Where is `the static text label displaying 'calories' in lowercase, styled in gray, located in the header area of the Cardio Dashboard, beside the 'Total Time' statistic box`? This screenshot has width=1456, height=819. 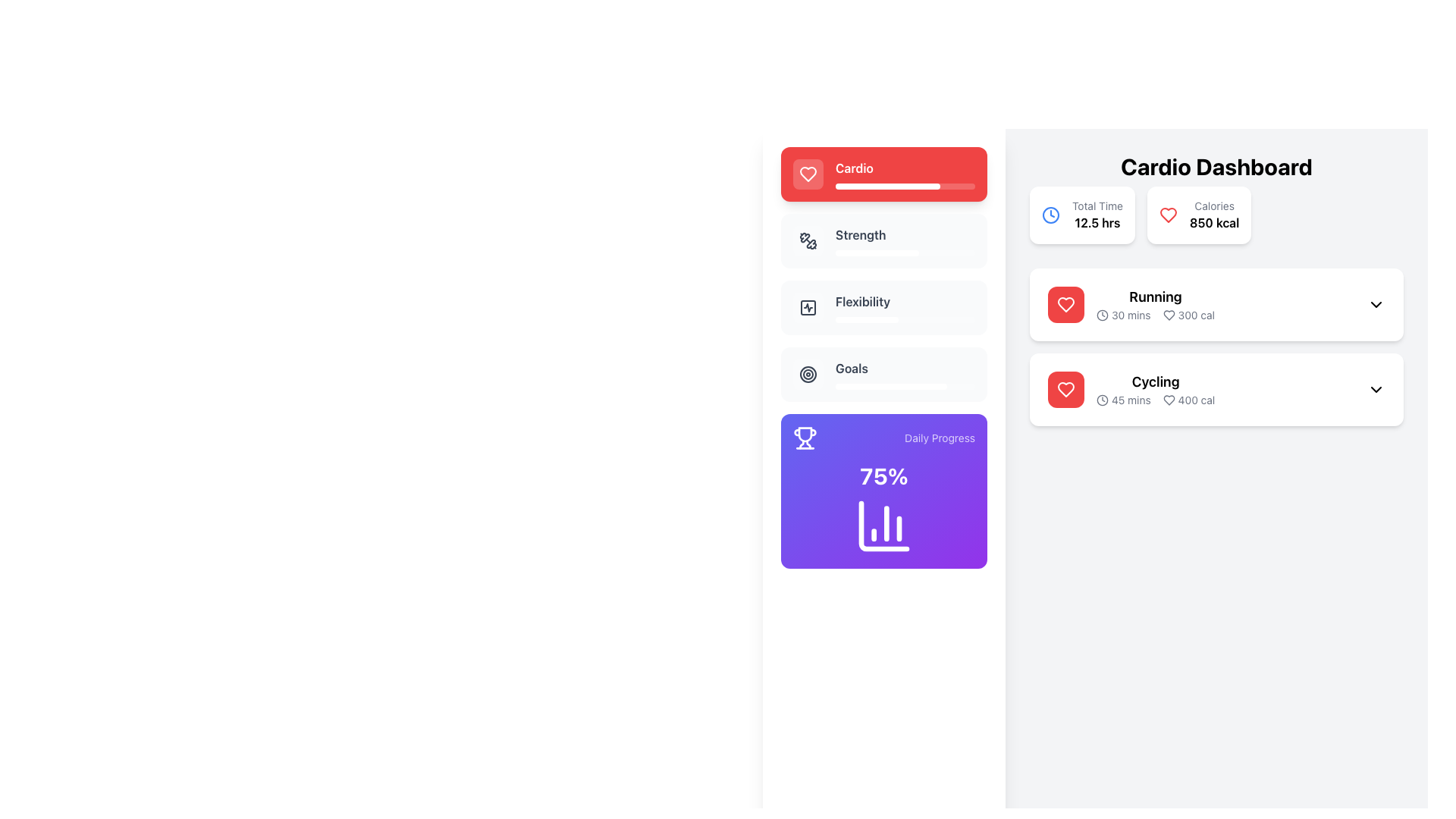 the static text label displaying 'calories' in lowercase, styled in gray, located in the header area of the Cardio Dashboard, beside the 'Total Time' statistic box is located at coordinates (1214, 206).